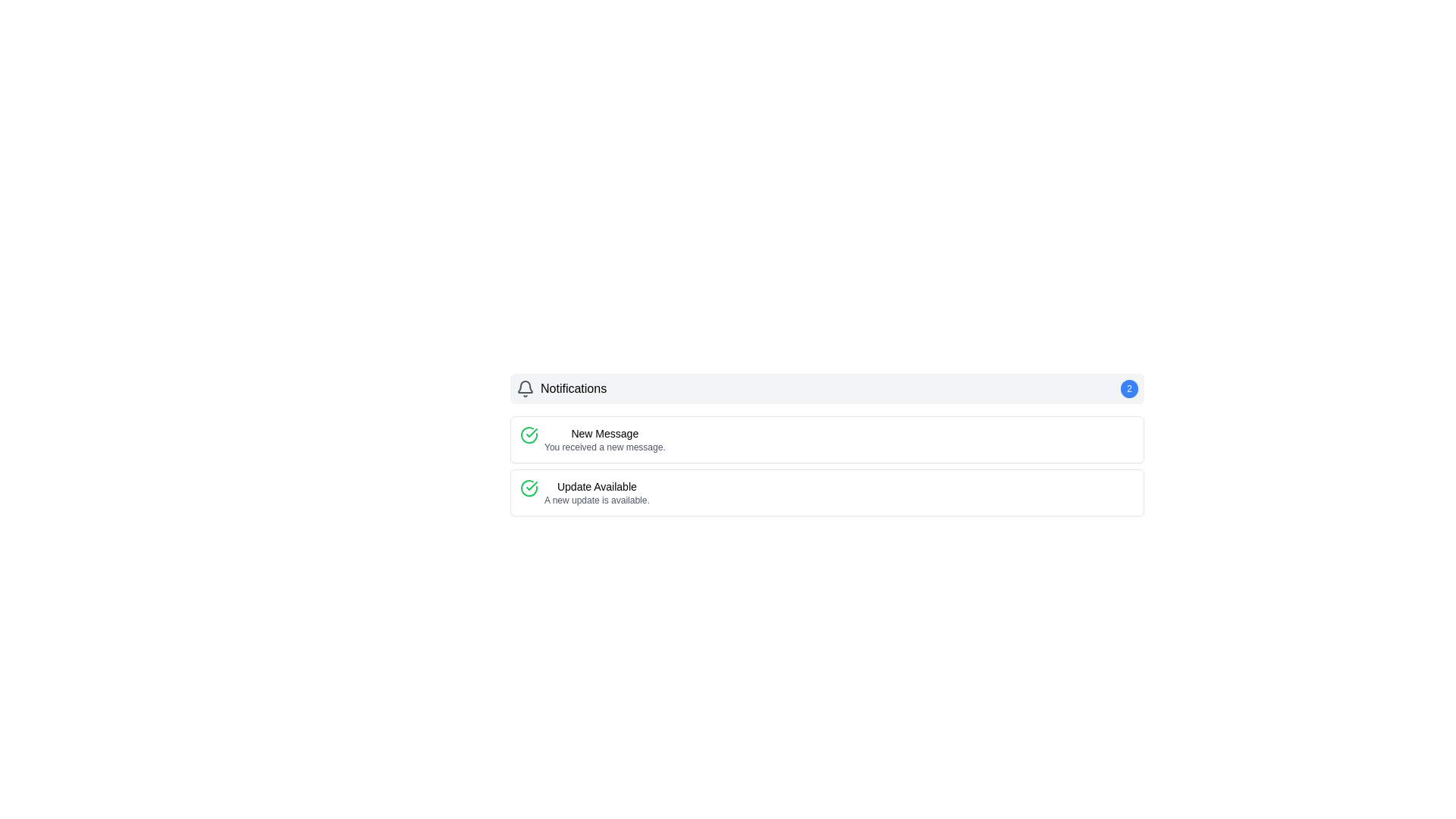 This screenshot has height=819, width=1456. Describe the element at coordinates (1129, 388) in the screenshot. I see `the notification count badge located near the top-right side of the notification bar, adjacent to the word 'Notifications' and beside the bell icon` at that location.